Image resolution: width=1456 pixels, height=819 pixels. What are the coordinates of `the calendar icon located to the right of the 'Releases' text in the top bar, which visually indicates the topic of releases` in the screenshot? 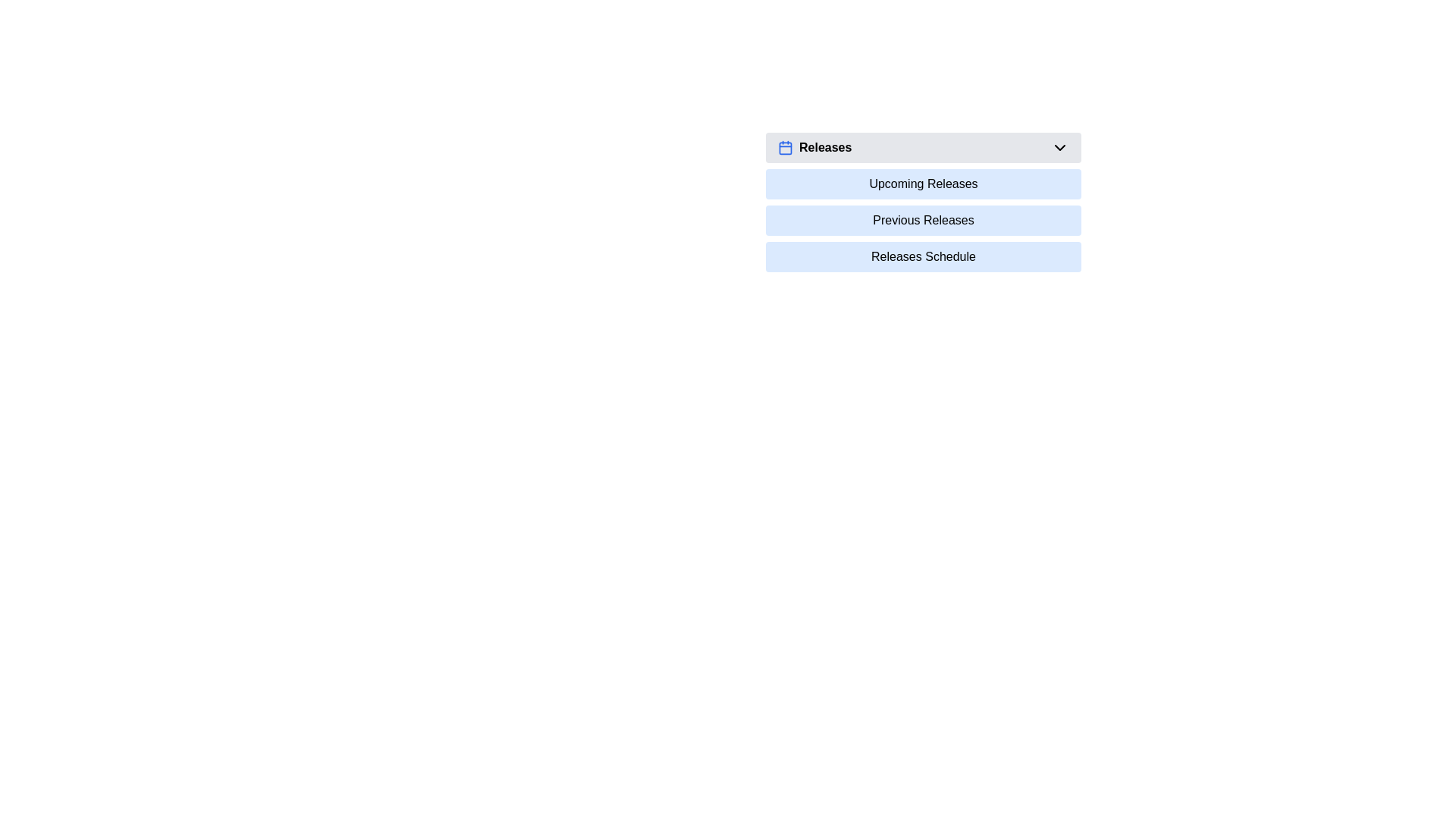 It's located at (786, 148).